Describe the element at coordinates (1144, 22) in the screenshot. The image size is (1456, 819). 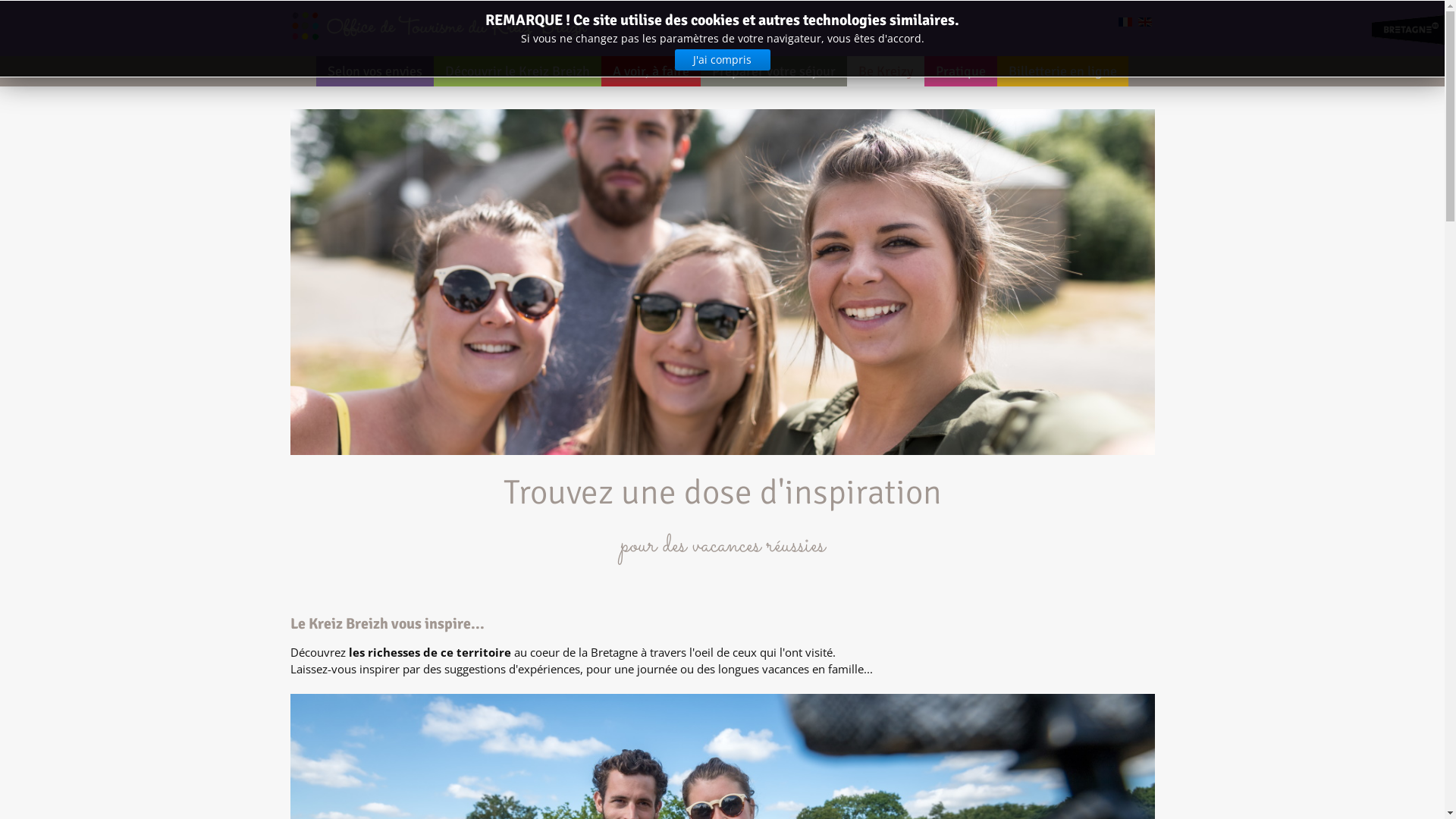
I see `'English (UK)'` at that location.